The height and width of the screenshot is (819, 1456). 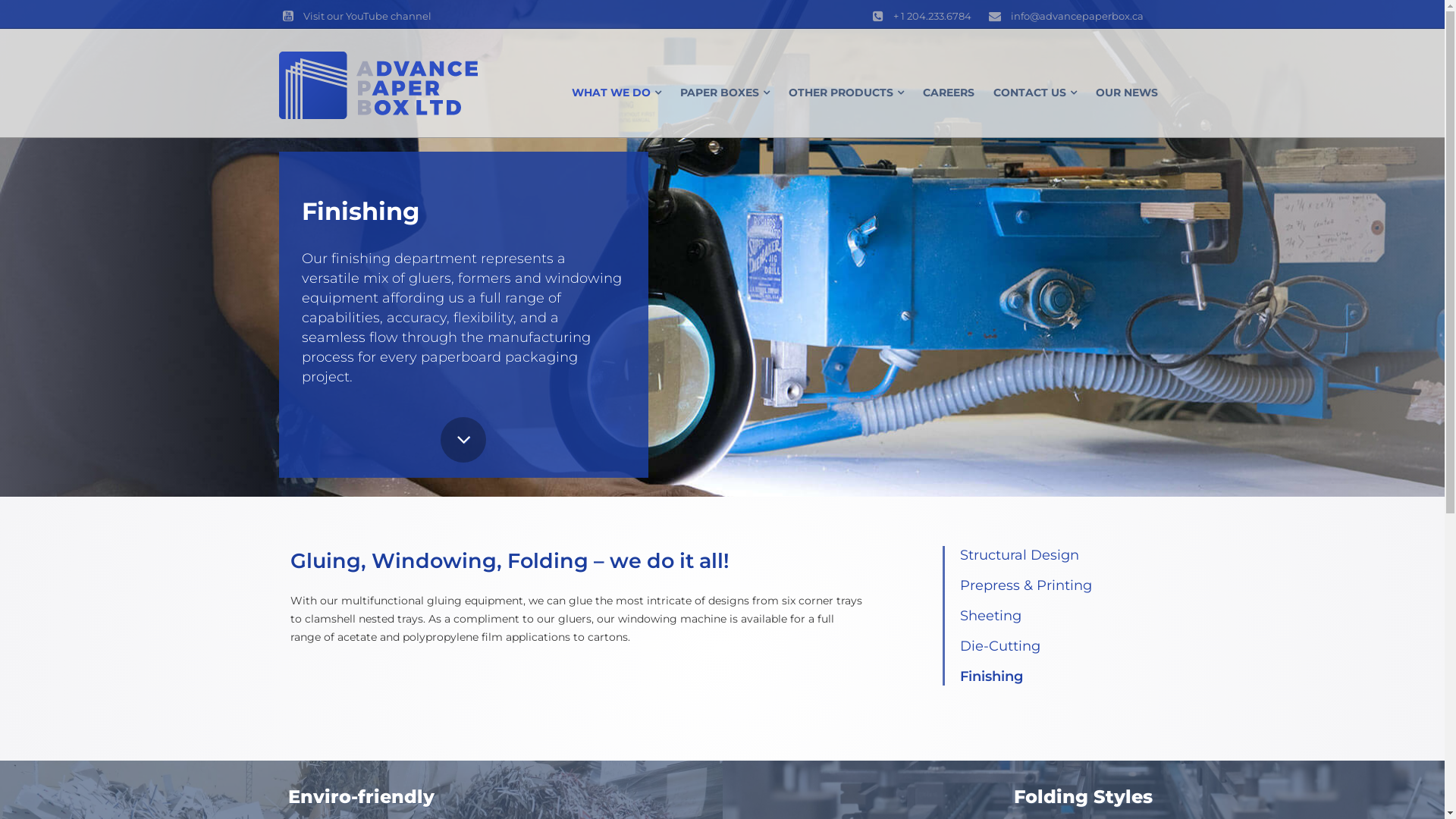 What do you see at coordinates (990, 616) in the screenshot?
I see `'Sheeting'` at bounding box center [990, 616].